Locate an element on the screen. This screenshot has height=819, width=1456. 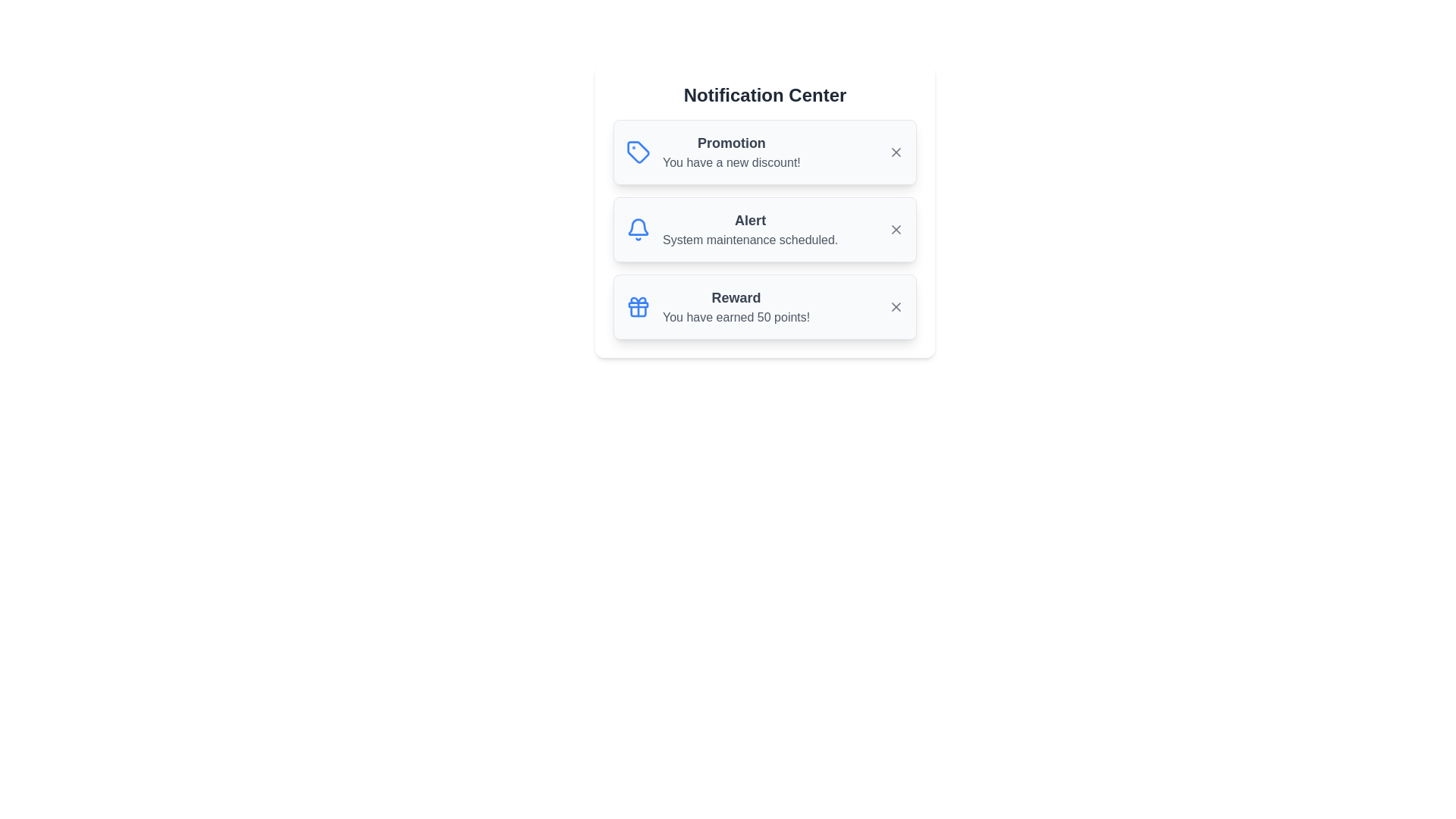
notification from the second notification card in the notification center dialog, which alerts the user about scheduled maintenance is located at coordinates (764, 230).